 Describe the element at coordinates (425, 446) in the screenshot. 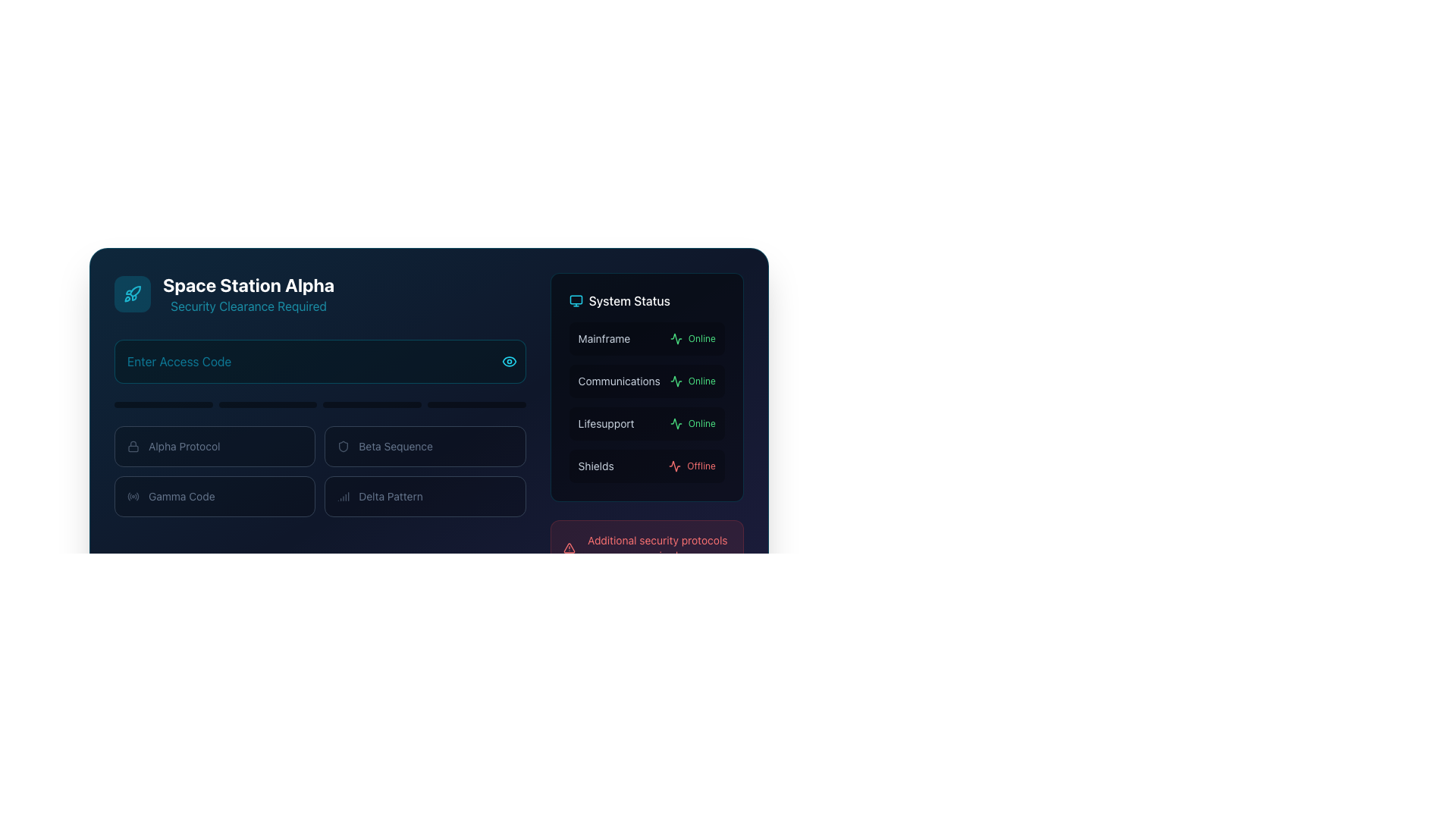

I see `the selectable option labeled 'Beta Sequence' which is the second item in a horizontal array located in the lower left quadrant of the interface` at that location.